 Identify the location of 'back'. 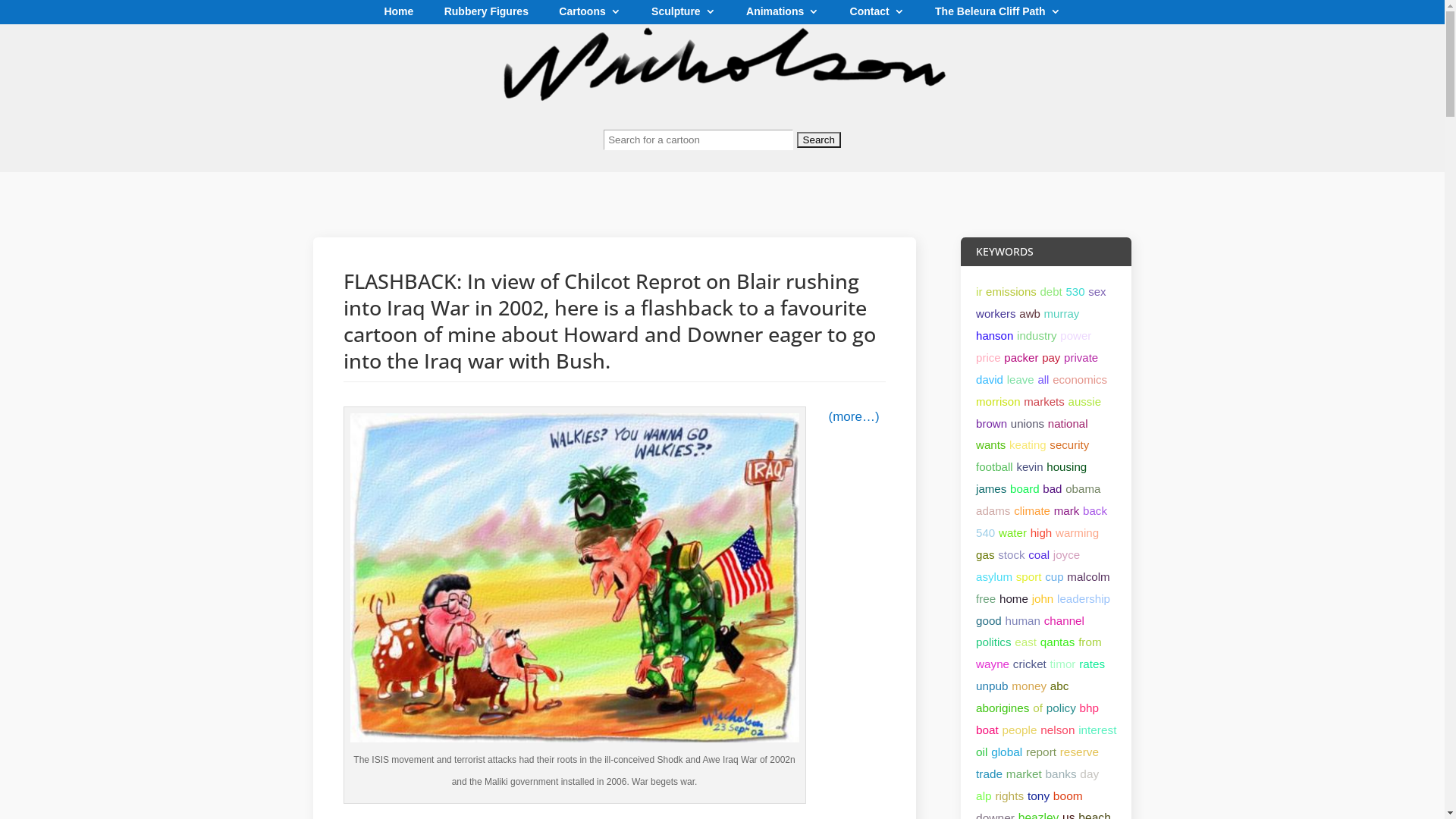
(1095, 510).